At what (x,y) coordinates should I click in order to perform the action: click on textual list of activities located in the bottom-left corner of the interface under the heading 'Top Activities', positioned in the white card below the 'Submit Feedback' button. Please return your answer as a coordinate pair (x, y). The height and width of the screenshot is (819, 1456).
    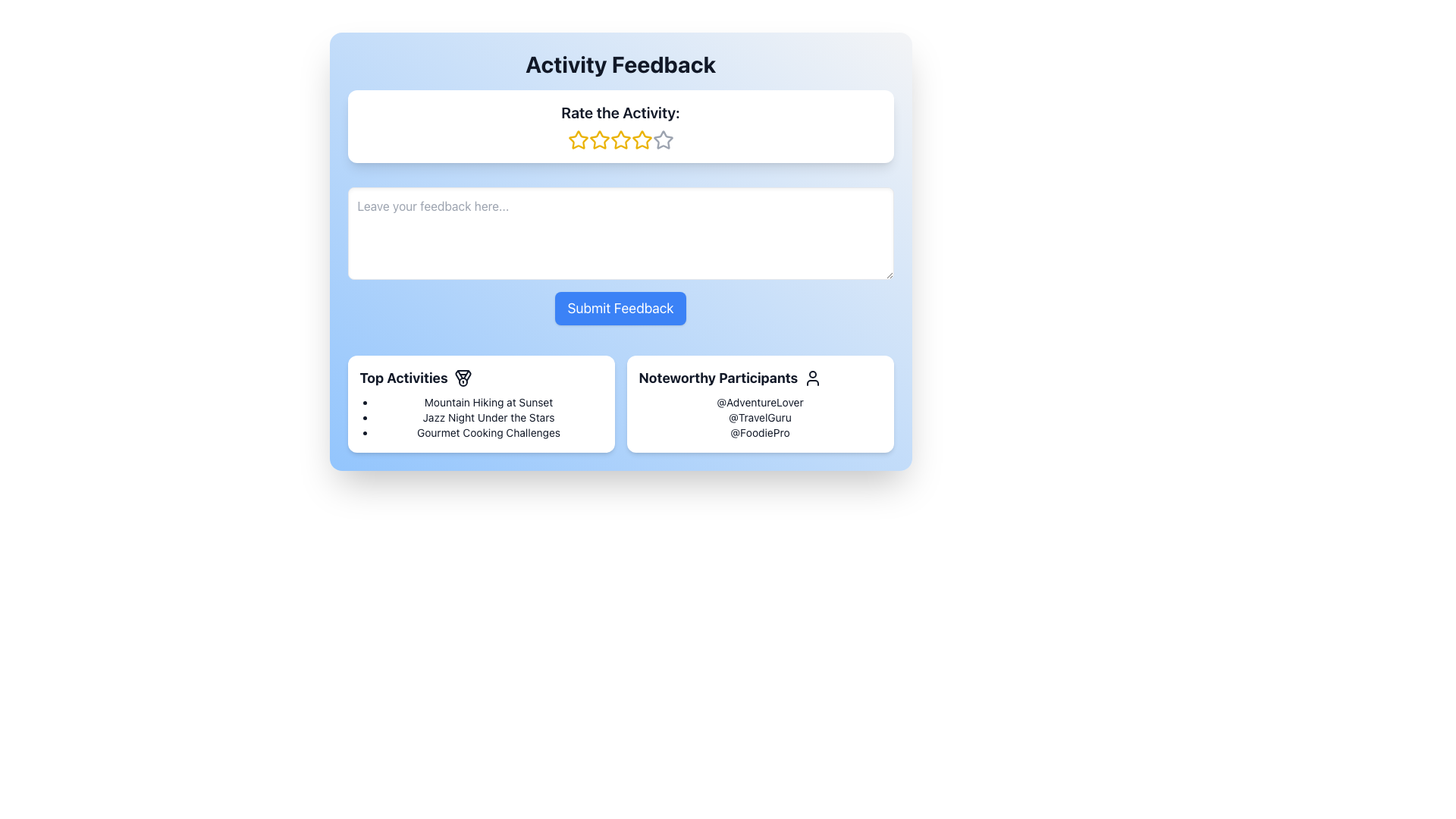
    Looking at the image, I should click on (480, 418).